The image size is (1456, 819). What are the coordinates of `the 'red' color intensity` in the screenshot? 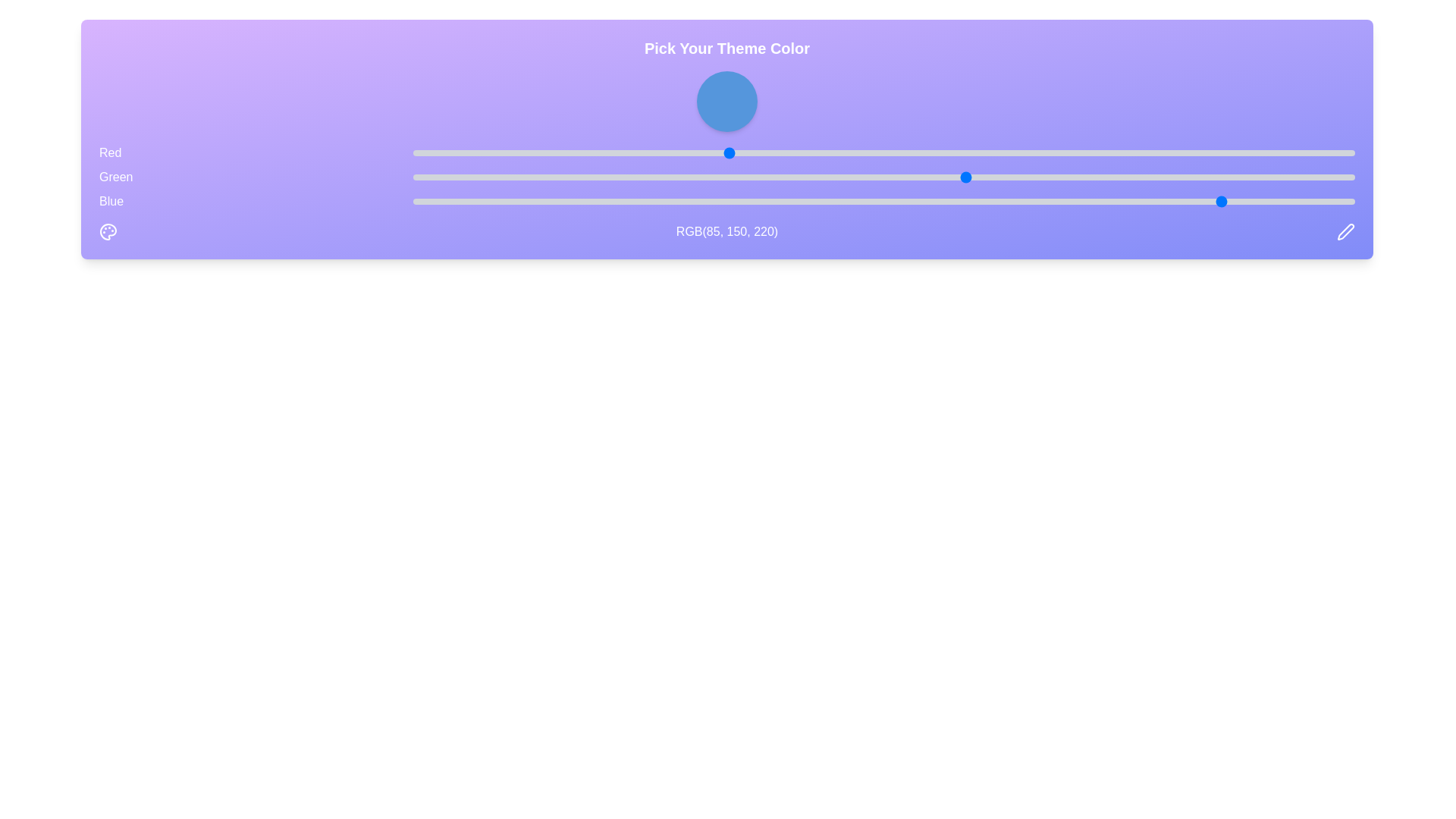 It's located at (649, 152).